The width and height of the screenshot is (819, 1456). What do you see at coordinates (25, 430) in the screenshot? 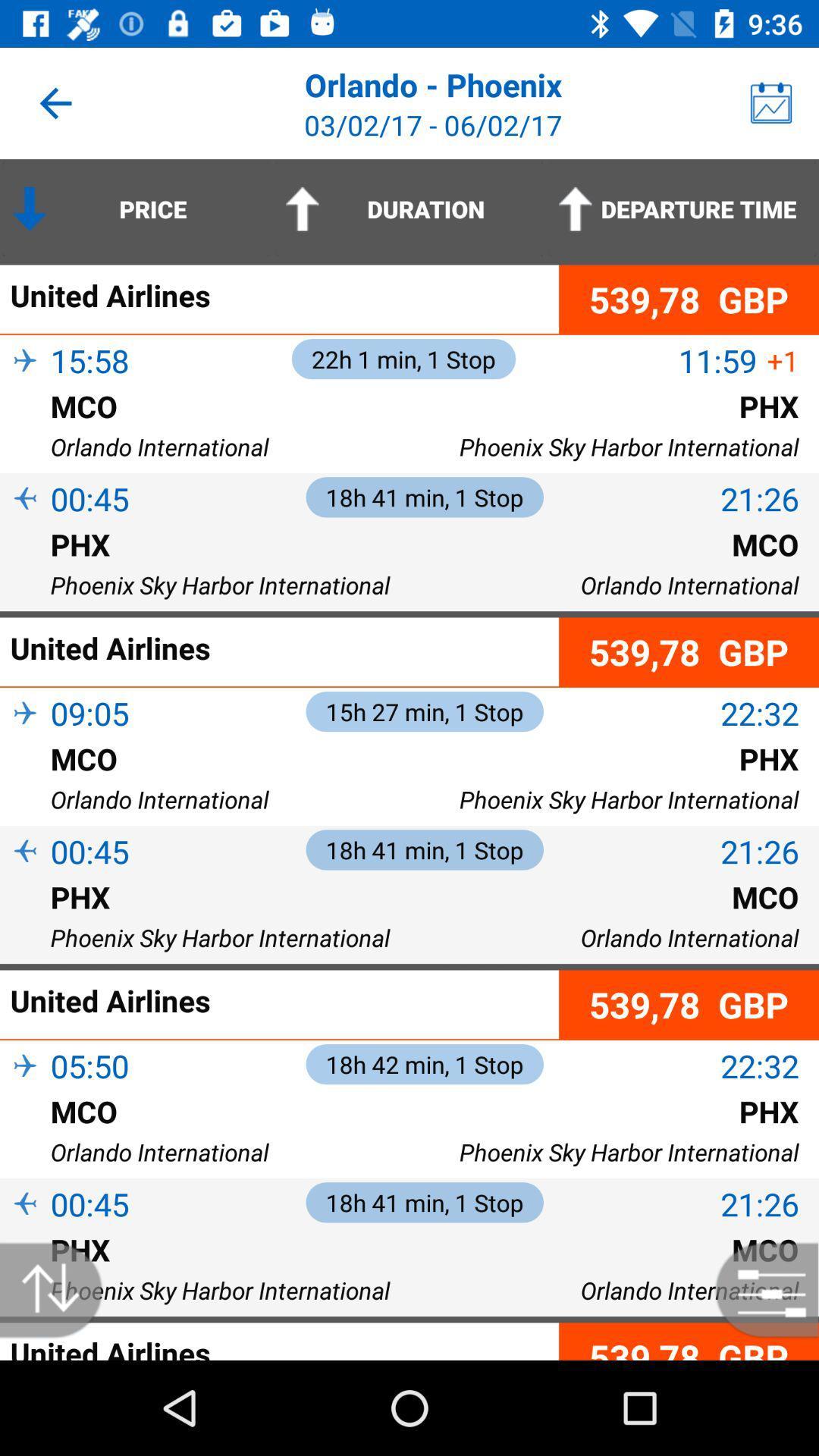
I see `the icon next to mco item` at bounding box center [25, 430].